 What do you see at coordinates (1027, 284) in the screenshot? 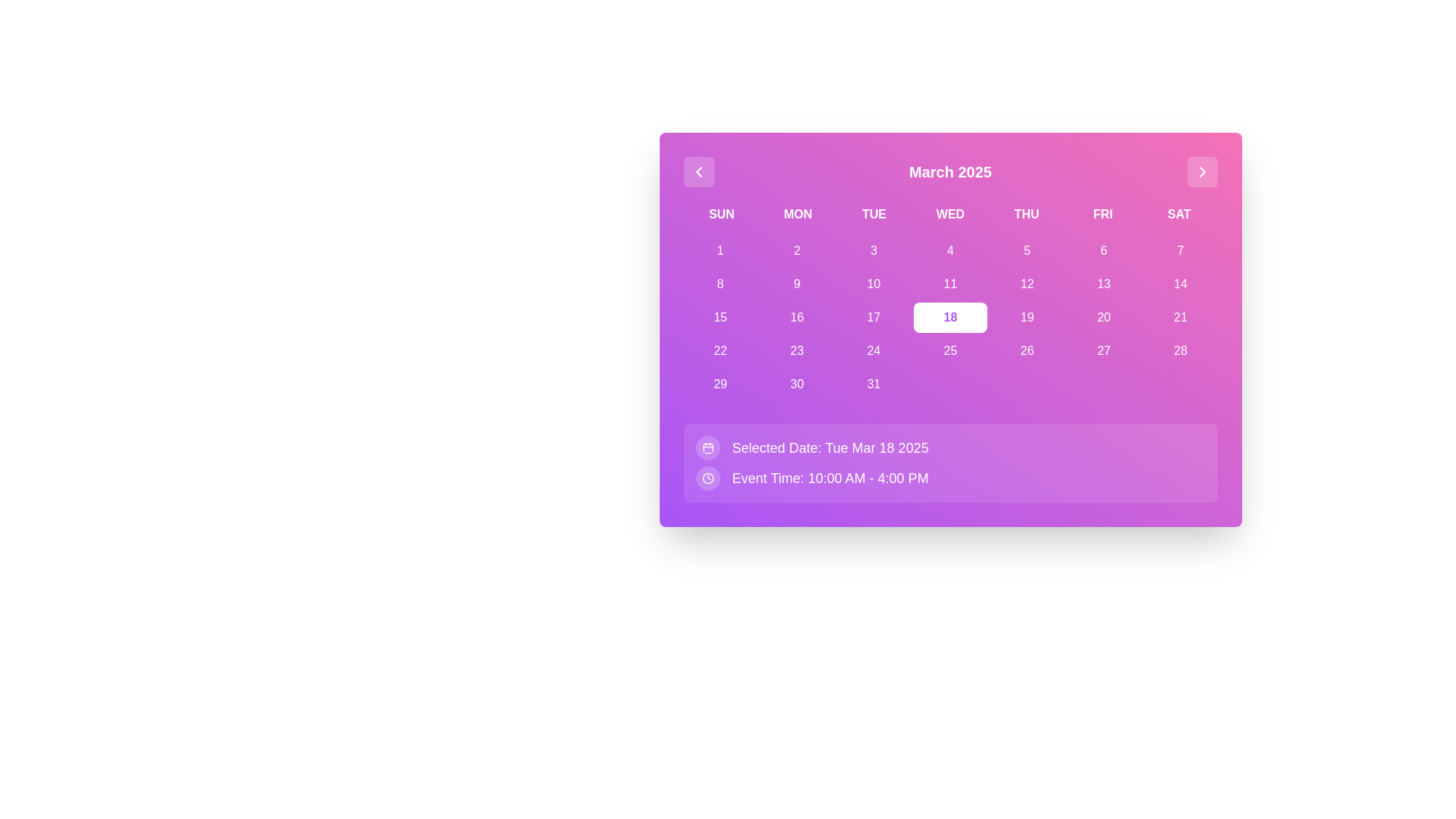
I see `the date '12' button located` at bounding box center [1027, 284].